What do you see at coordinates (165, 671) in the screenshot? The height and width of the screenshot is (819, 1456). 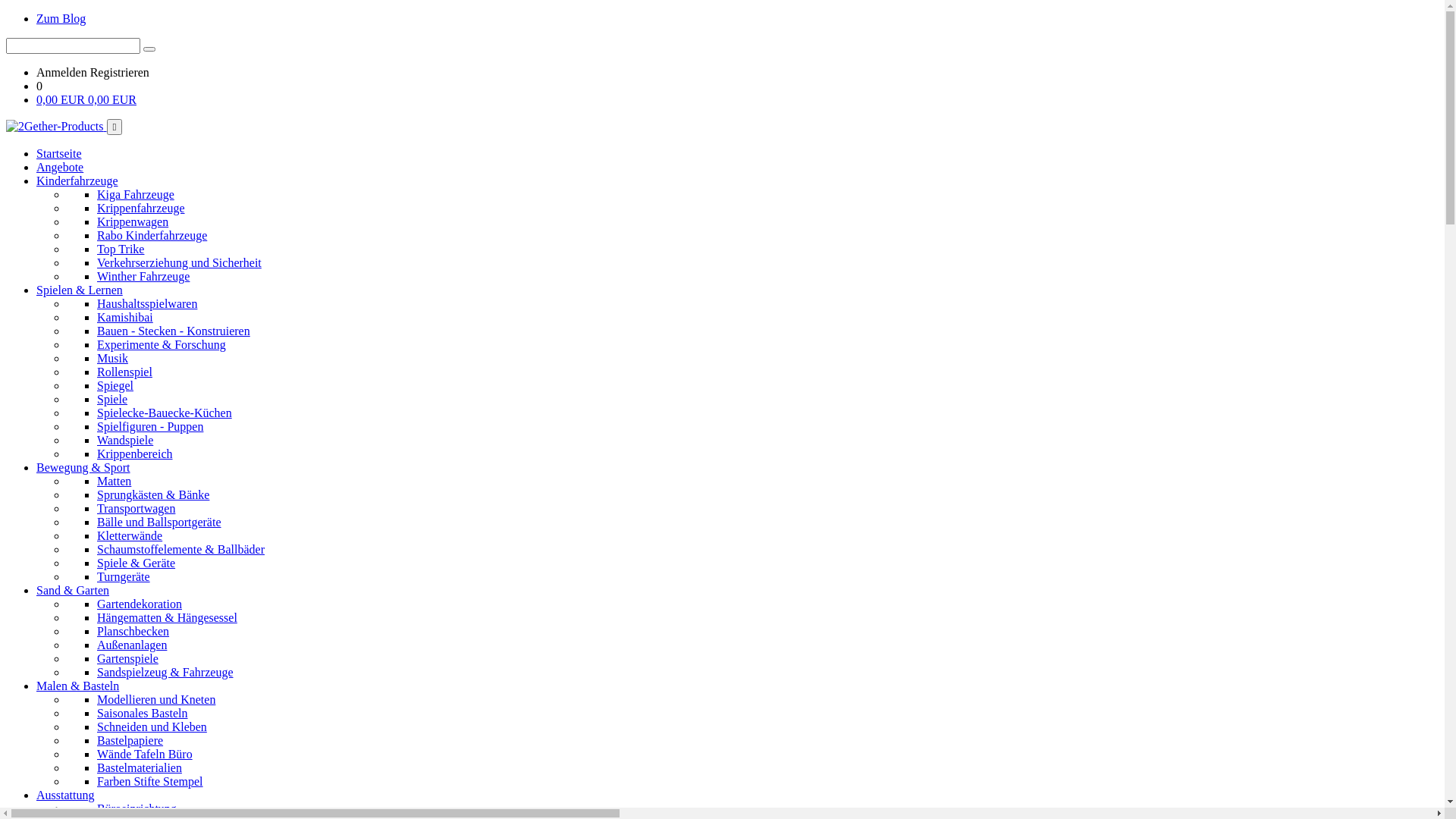 I see `'Sandspielzeug & Fahrzeuge'` at bounding box center [165, 671].